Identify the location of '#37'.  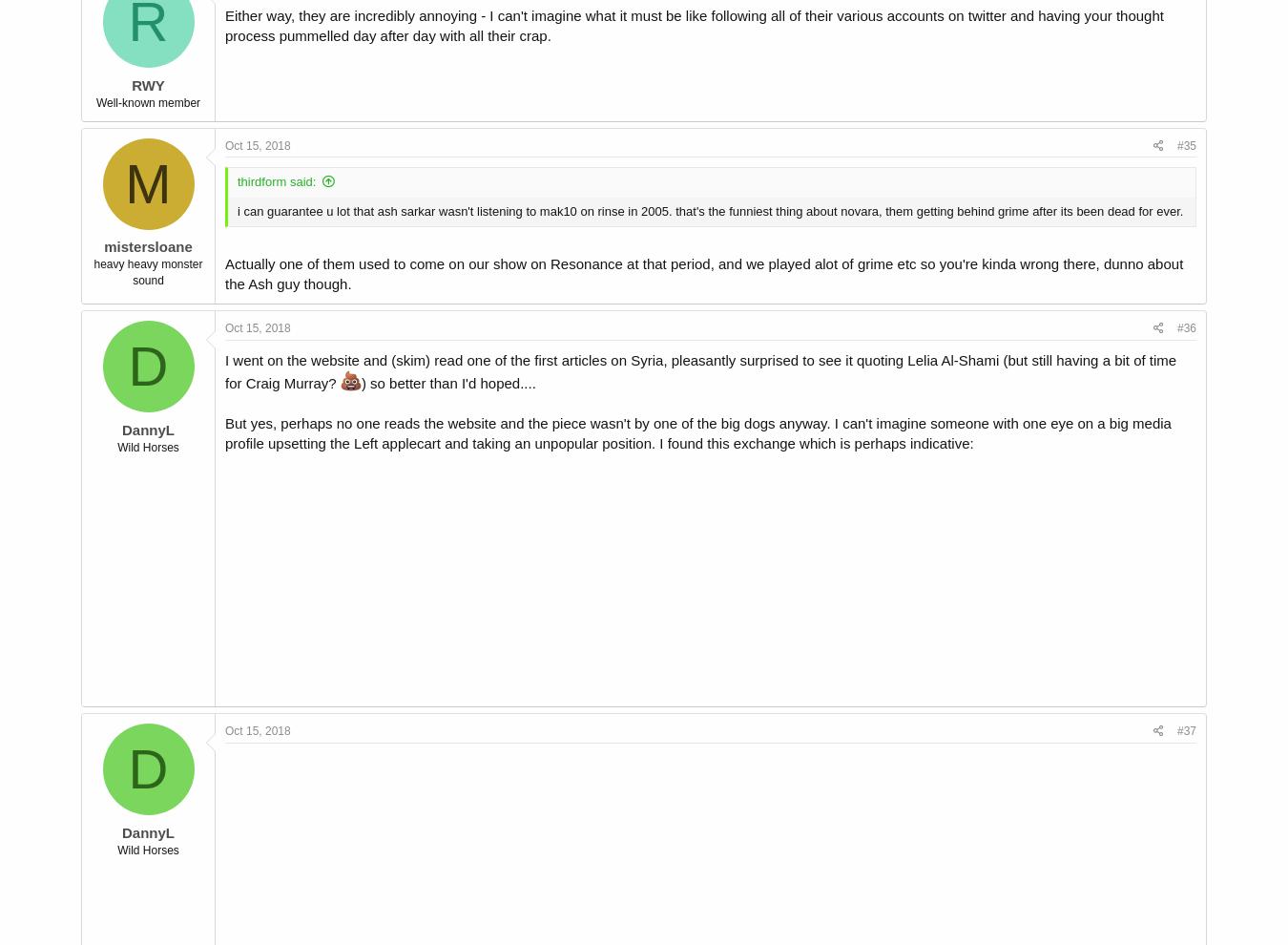
(1186, 730).